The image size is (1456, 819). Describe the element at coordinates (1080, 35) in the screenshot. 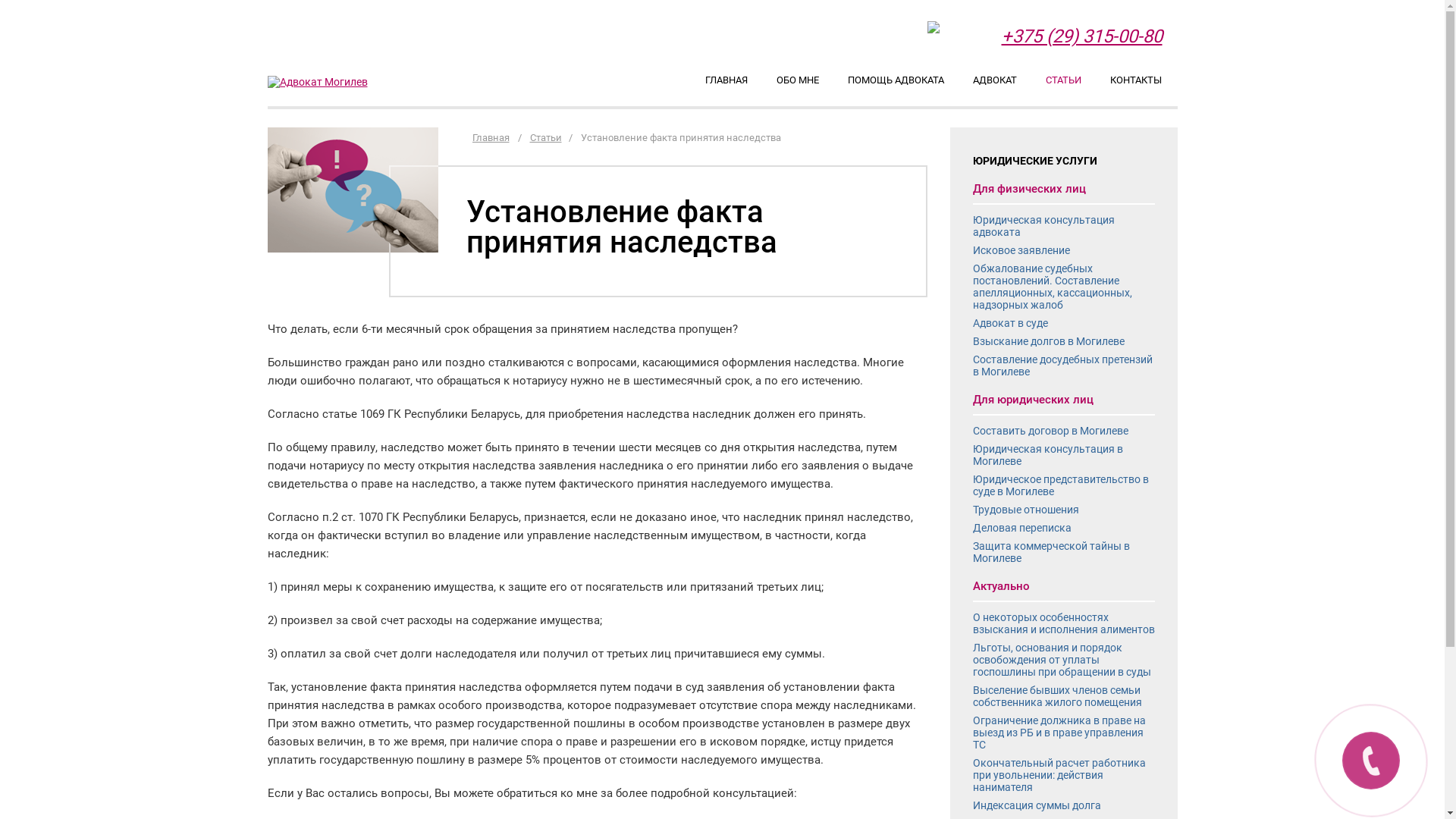

I see `'+375 (29) 315-00-80'` at that location.